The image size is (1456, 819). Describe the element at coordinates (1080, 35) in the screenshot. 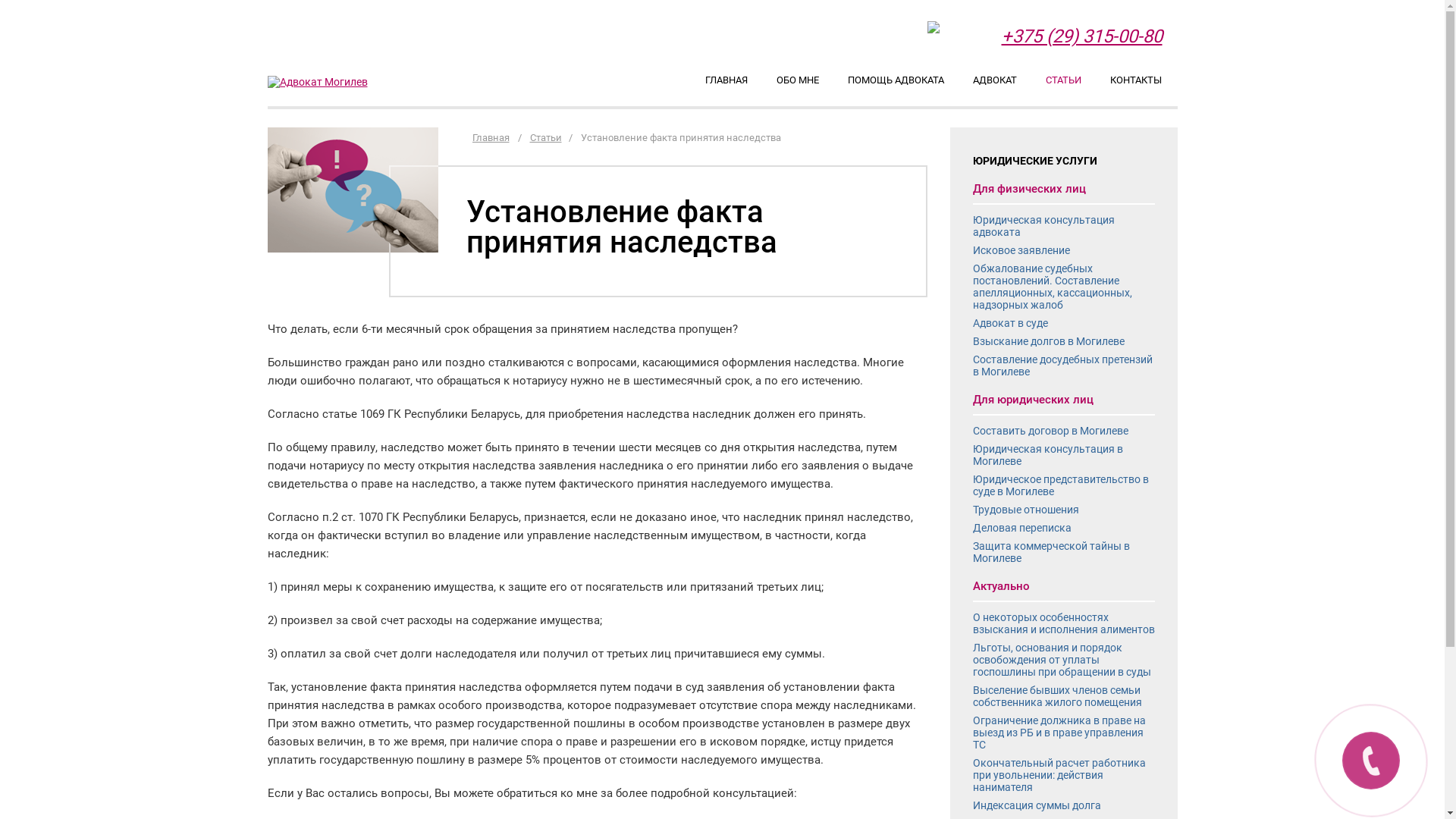

I see `'+375 (29) 315-00-80'` at that location.